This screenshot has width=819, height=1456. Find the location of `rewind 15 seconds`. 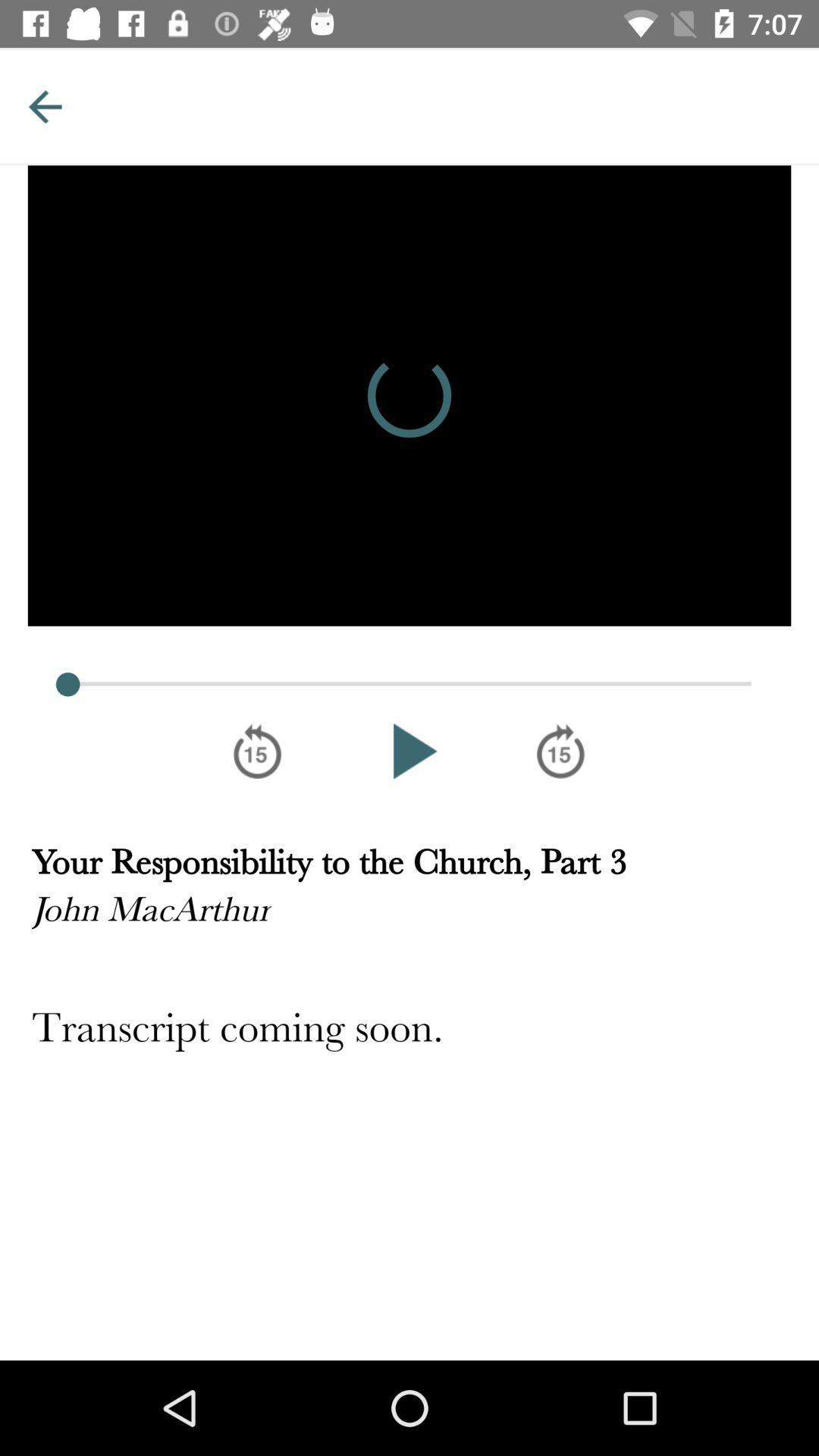

rewind 15 seconds is located at coordinates (256, 751).